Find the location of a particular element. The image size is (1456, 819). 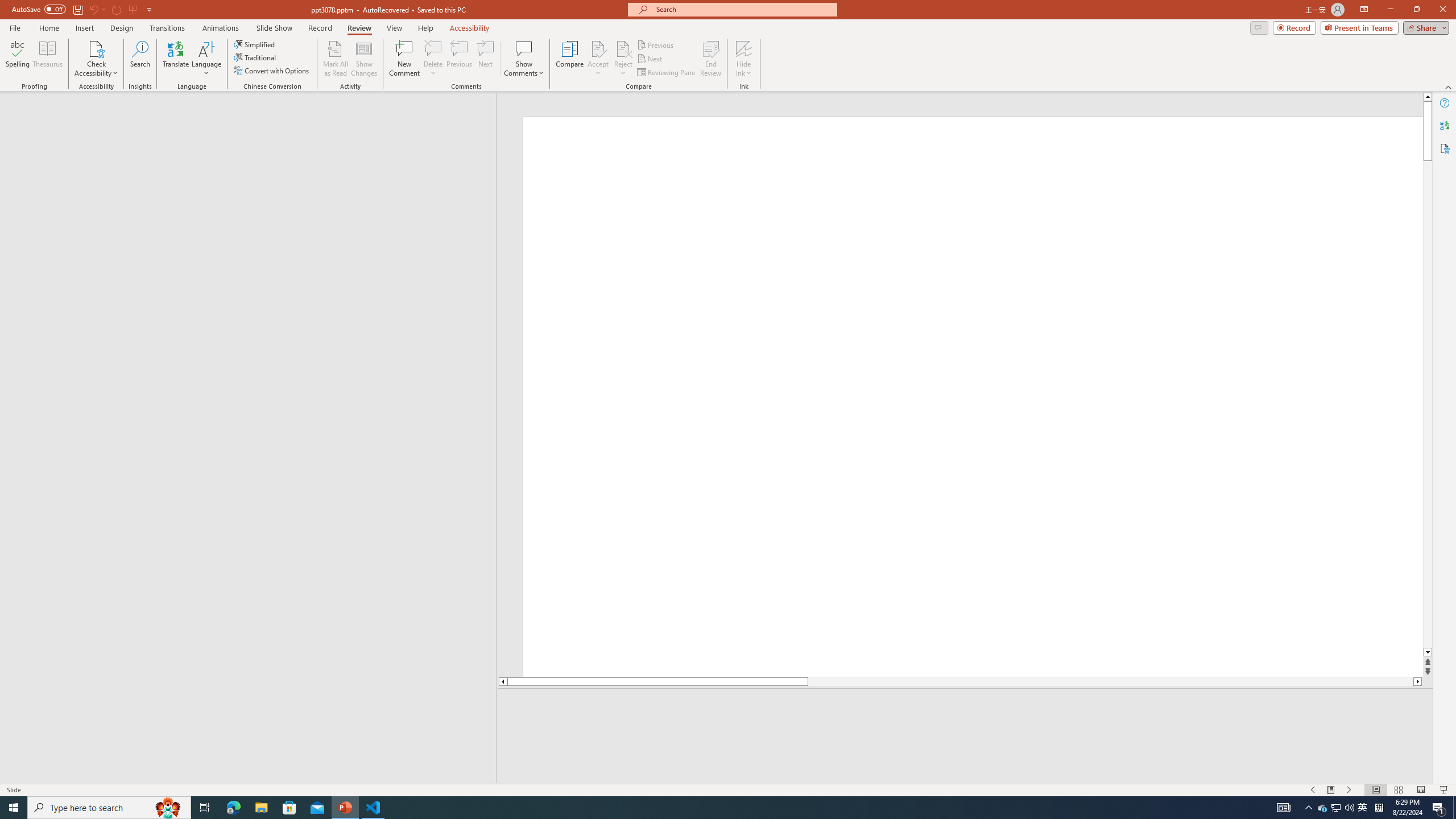

'Menu On' is located at coordinates (1331, 790).